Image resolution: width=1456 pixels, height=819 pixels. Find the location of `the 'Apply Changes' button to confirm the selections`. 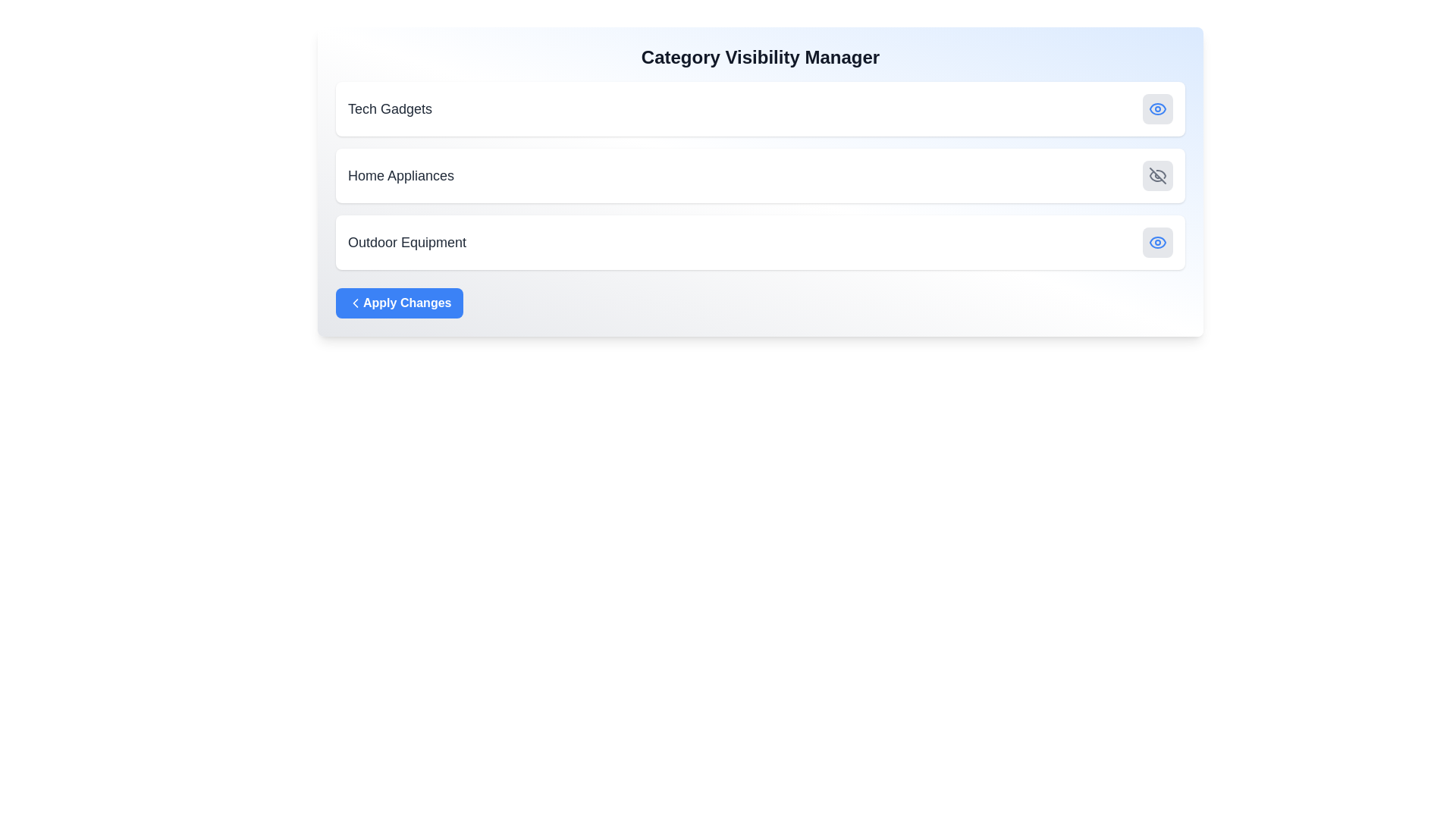

the 'Apply Changes' button to confirm the selections is located at coordinates (400, 303).